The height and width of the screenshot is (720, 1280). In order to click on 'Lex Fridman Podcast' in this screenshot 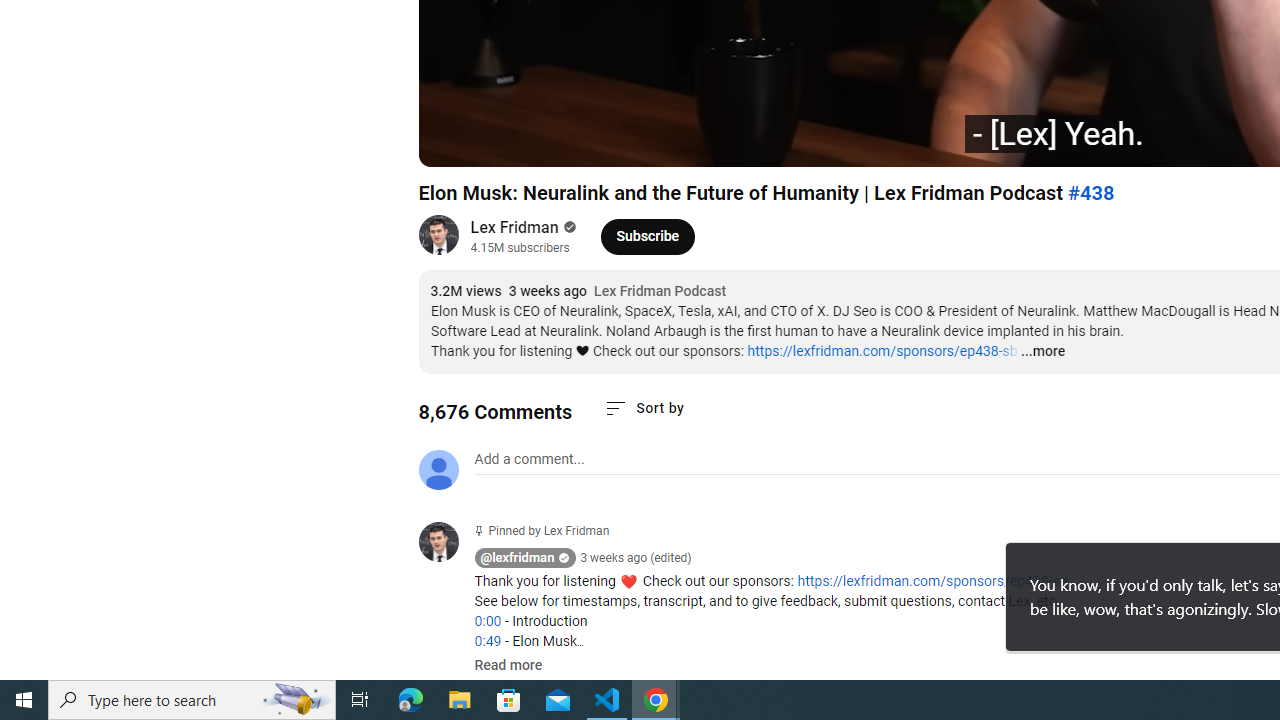, I will do `click(660, 291)`.